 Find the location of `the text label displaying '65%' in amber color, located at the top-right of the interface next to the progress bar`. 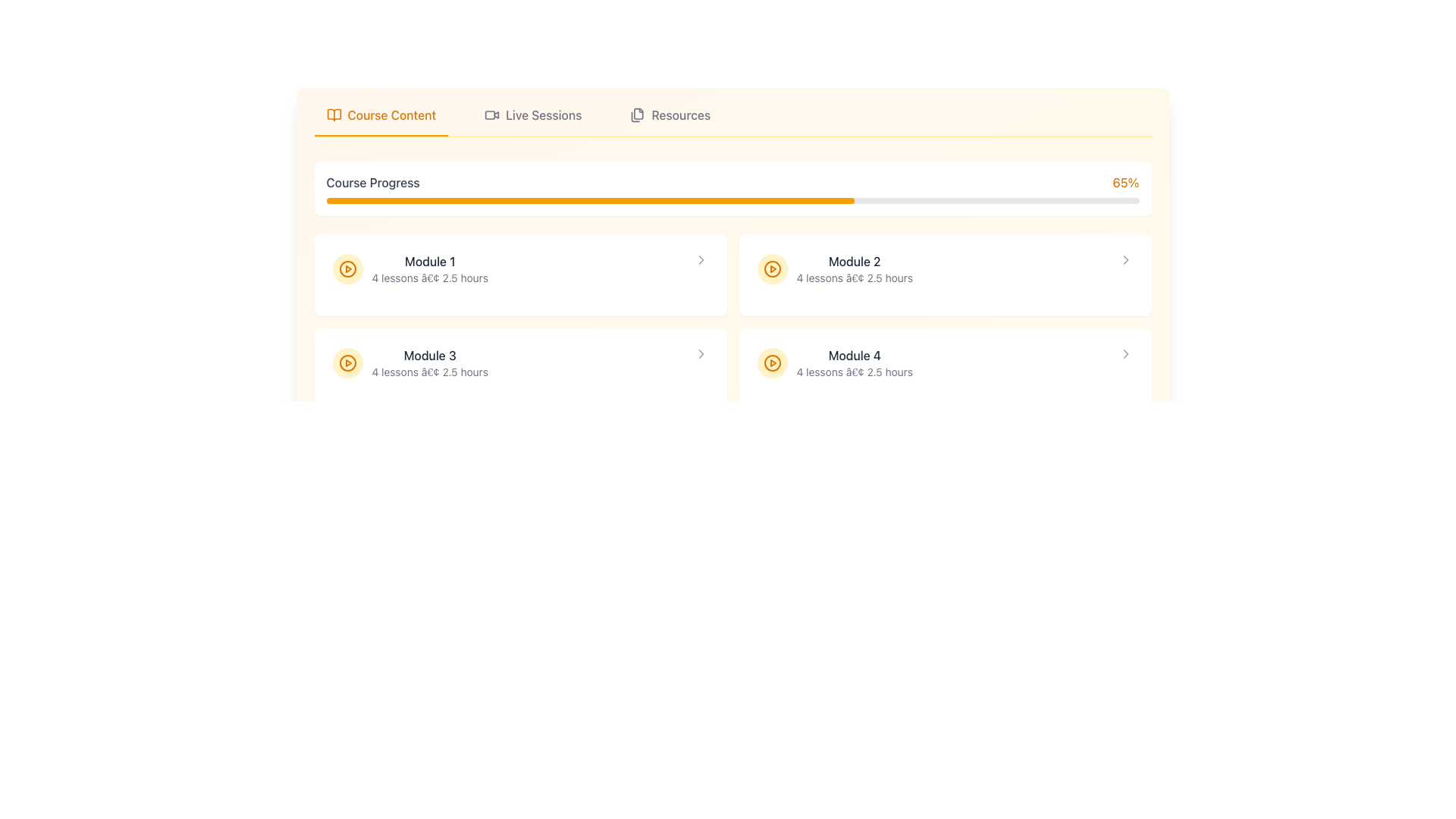

the text label displaying '65%' in amber color, located at the top-right of the interface next to the progress bar is located at coordinates (1125, 181).